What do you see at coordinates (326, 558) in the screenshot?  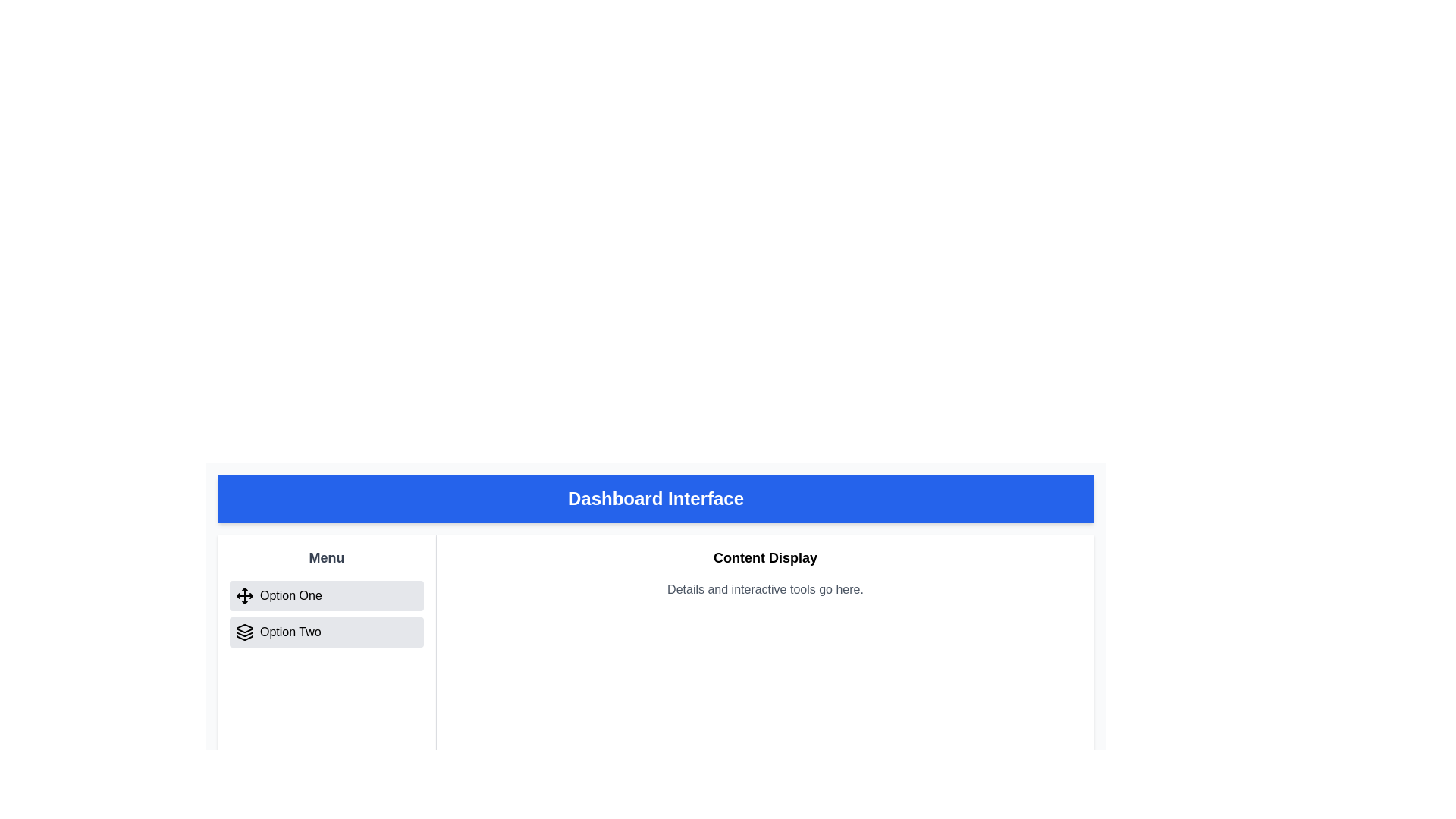 I see `the 'Menu' text label, which is styled with a bold font and gray color, located at the top of the sidebar section` at bounding box center [326, 558].